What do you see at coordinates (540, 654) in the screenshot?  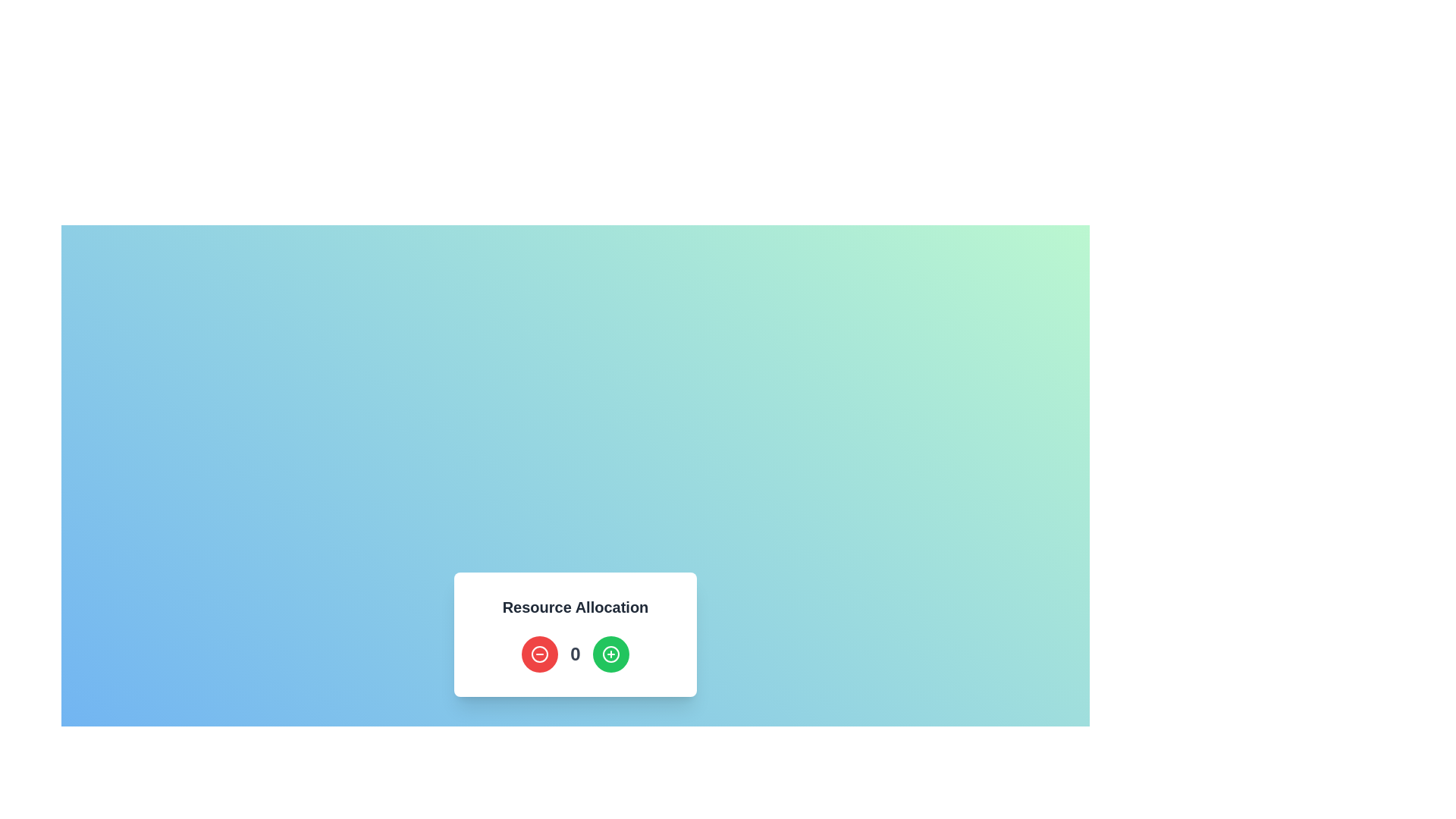 I see `the circular red button with a '-' symbol located under the 'Resource Allocation' header using the keyboard` at bounding box center [540, 654].